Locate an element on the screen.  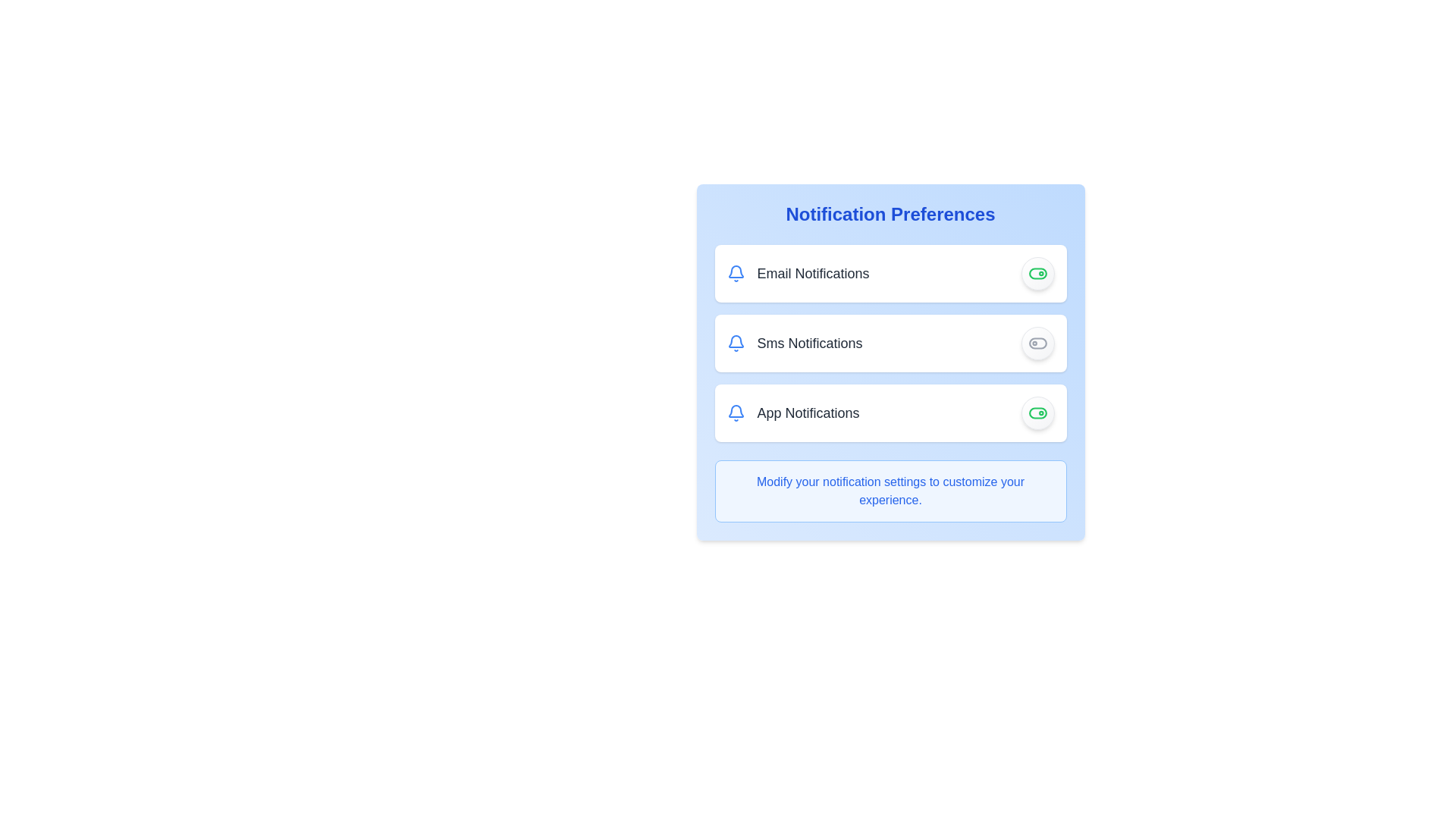
the 'Email Notifications' label with the blue notification bell icon is located at coordinates (797, 274).